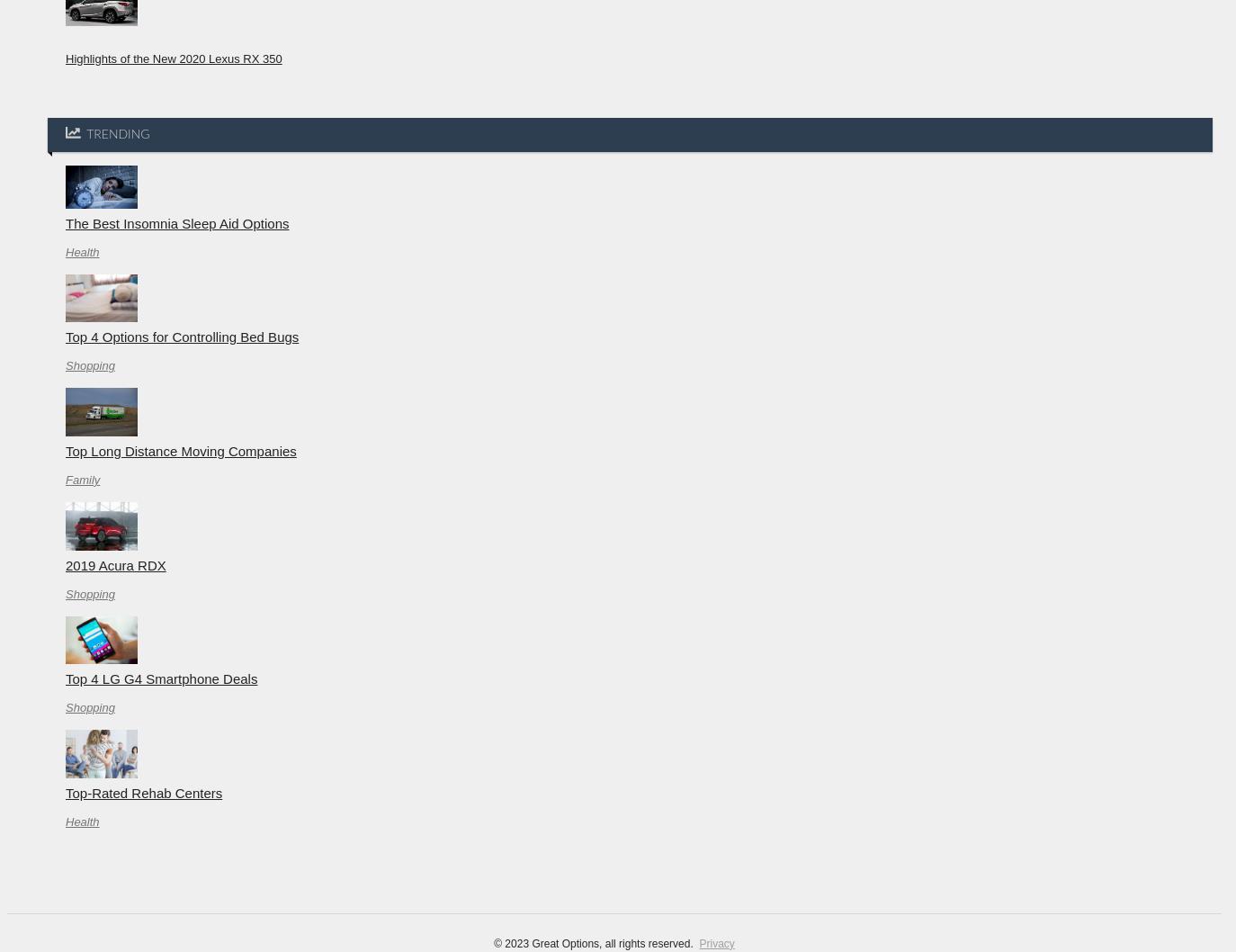  What do you see at coordinates (115, 132) in the screenshot?
I see `'Trending'` at bounding box center [115, 132].